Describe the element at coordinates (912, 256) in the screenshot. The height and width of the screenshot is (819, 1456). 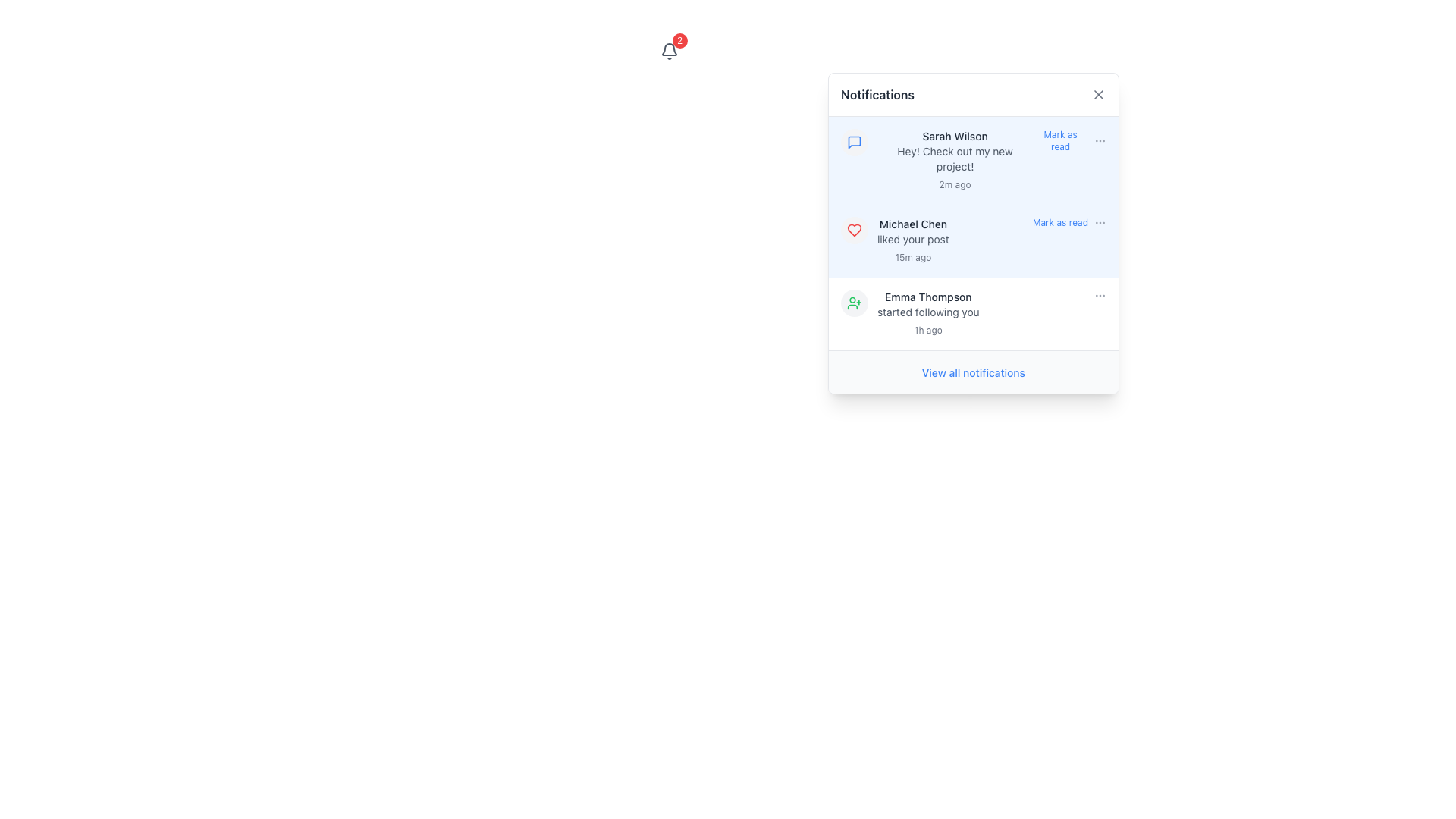
I see `the text label '15m ago' styled in small gray font located at the bottom of the notification card under 'Michael Chen liked your post'` at that location.